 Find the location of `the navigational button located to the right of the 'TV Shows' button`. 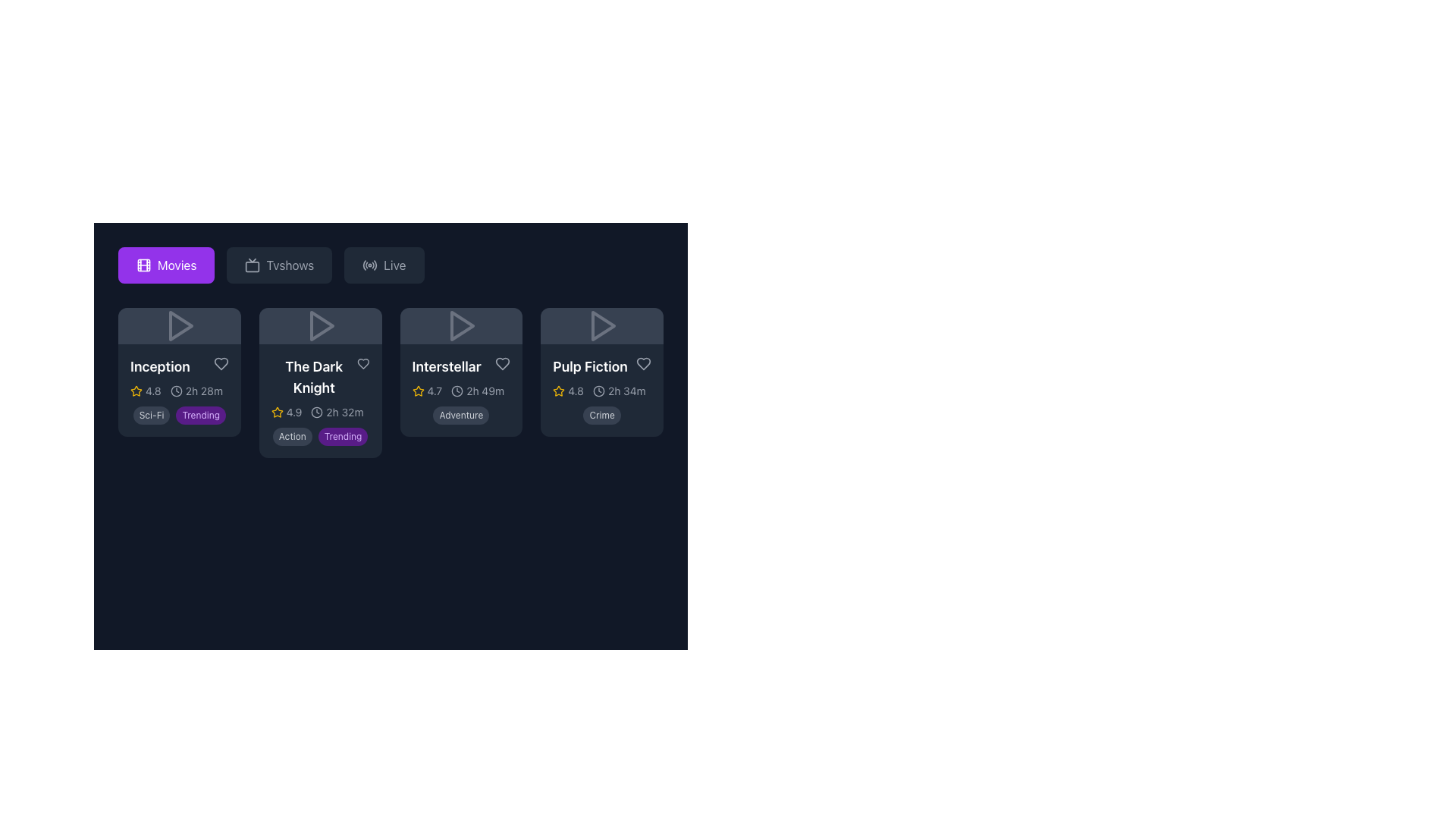

the navigational button located to the right of the 'TV Shows' button is located at coordinates (384, 265).